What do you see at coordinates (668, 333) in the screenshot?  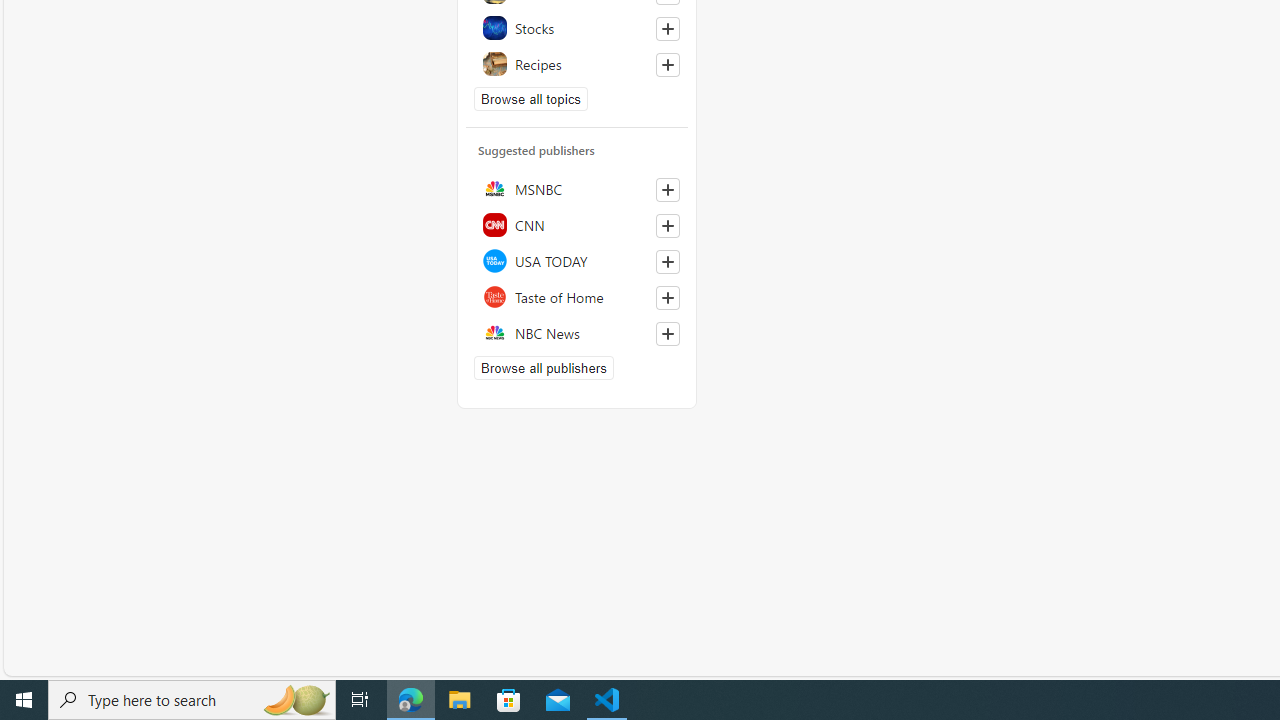 I see `'Follow this source'` at bounding box center [668, 333].